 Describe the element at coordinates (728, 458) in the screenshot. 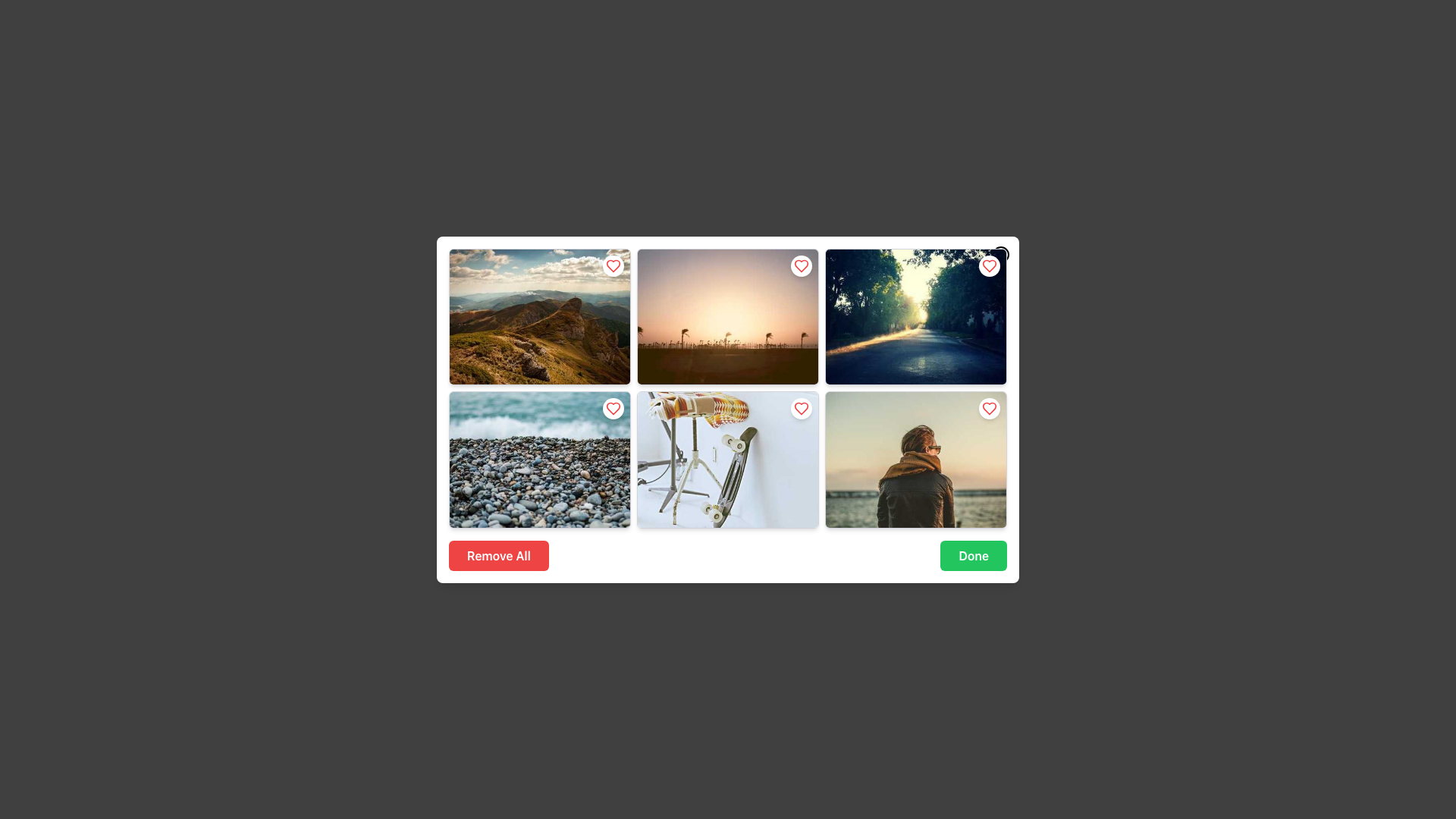

I see `the interactive image card located in the center row and second column of the gallery grid to scale the image` at that location.